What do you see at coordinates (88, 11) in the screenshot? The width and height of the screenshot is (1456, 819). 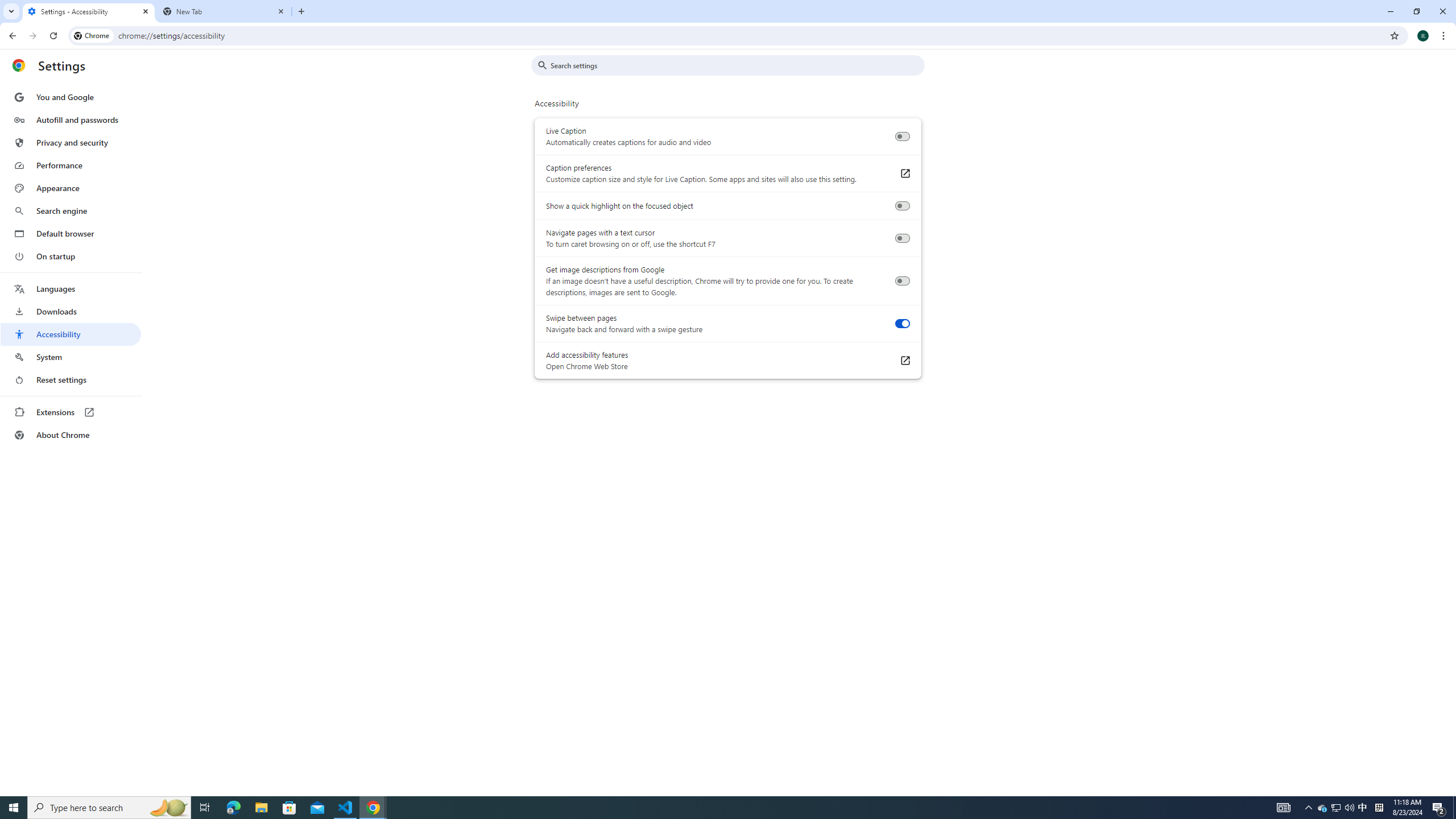 I see `'Settings - Accessibility'` at bounding box center [88, 11].